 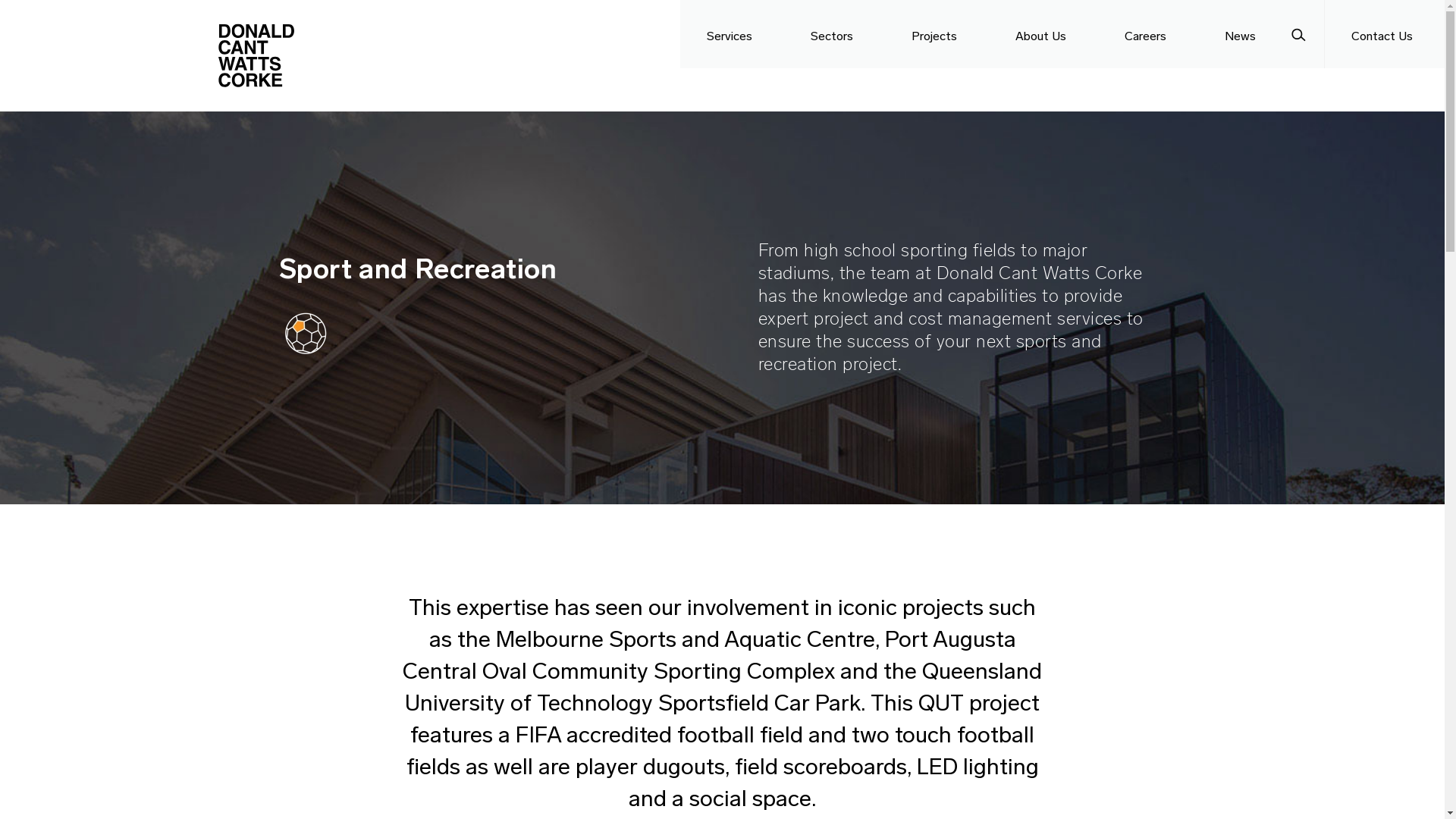 What do you see at coordinates (989, 34) in the screenshot?
I see `'About Us'` at bounding box center [989, 34].